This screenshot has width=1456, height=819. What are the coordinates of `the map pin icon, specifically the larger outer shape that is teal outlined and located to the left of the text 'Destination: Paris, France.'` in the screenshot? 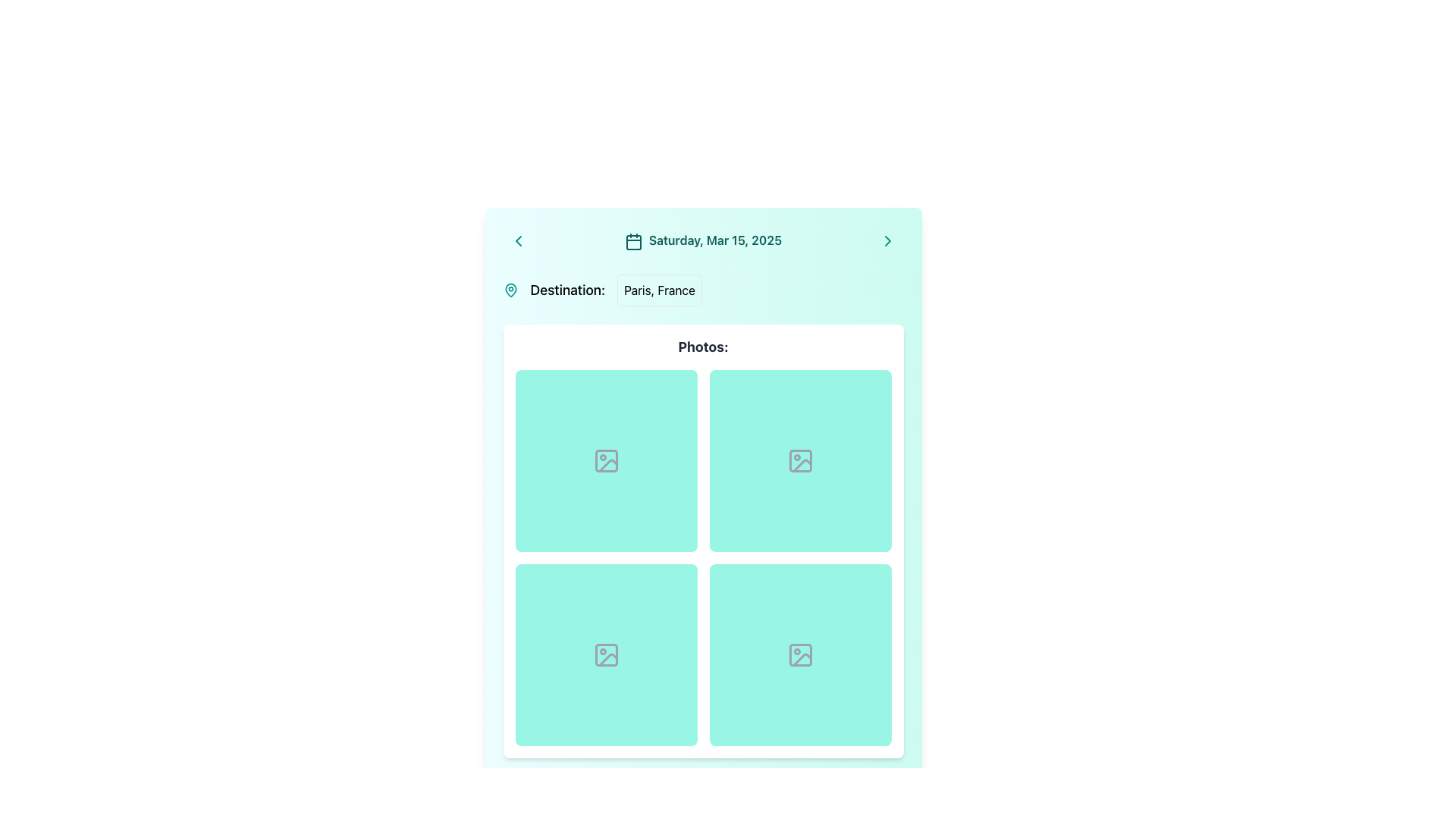 It's located at (510, 290).